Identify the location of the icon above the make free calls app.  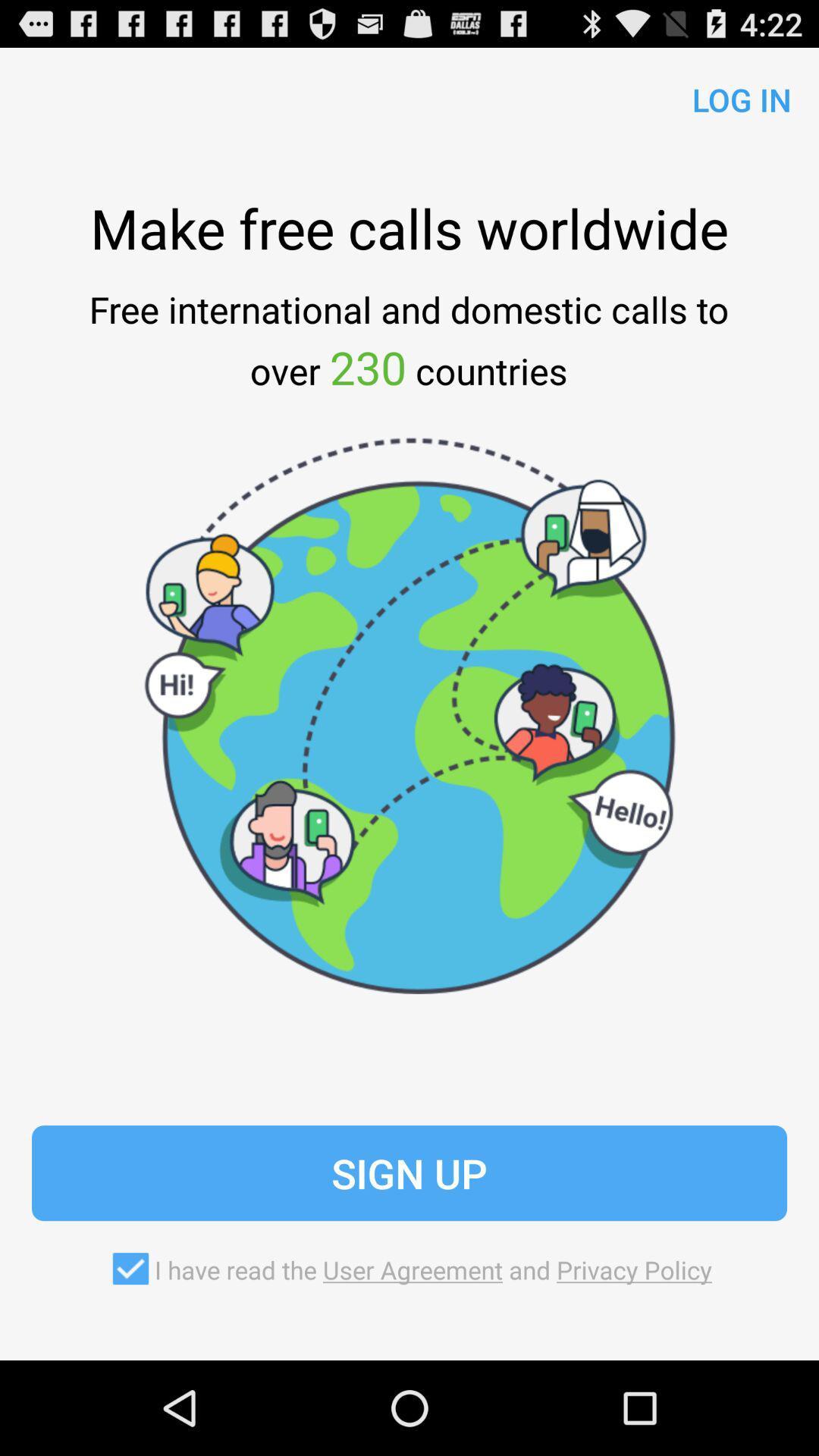
(735, 96).